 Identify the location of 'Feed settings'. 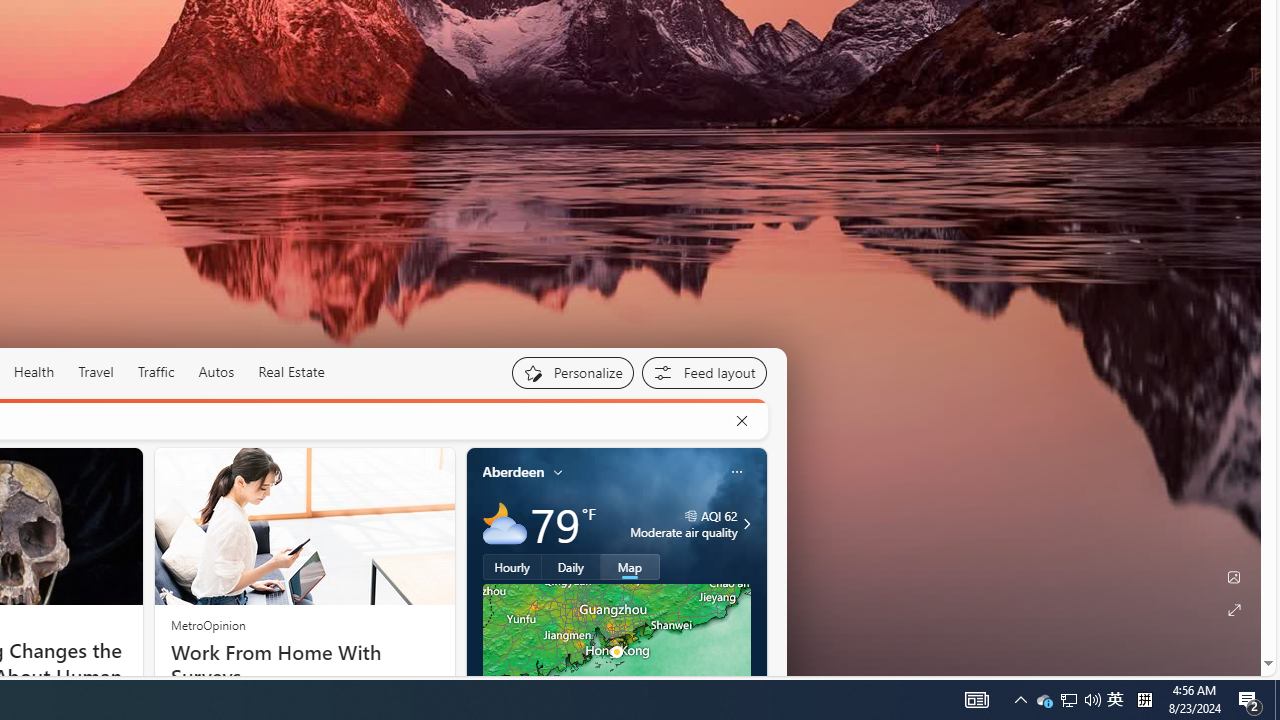
(704, 372).